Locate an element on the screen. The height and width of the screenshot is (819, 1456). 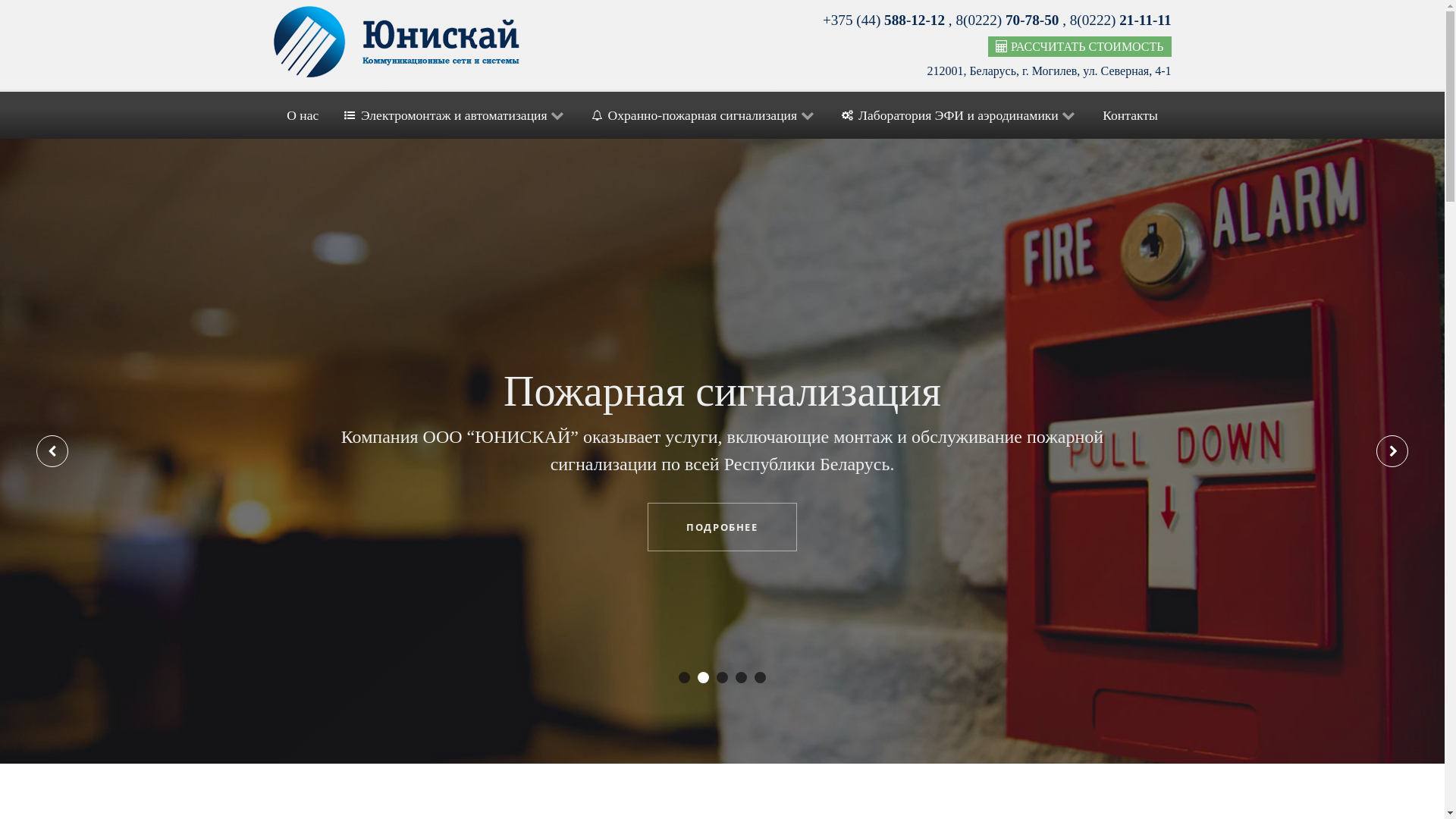
'8(0222) 70-78-50 , 8(0222) 21-11-11' is located at coordinates (954, 20).